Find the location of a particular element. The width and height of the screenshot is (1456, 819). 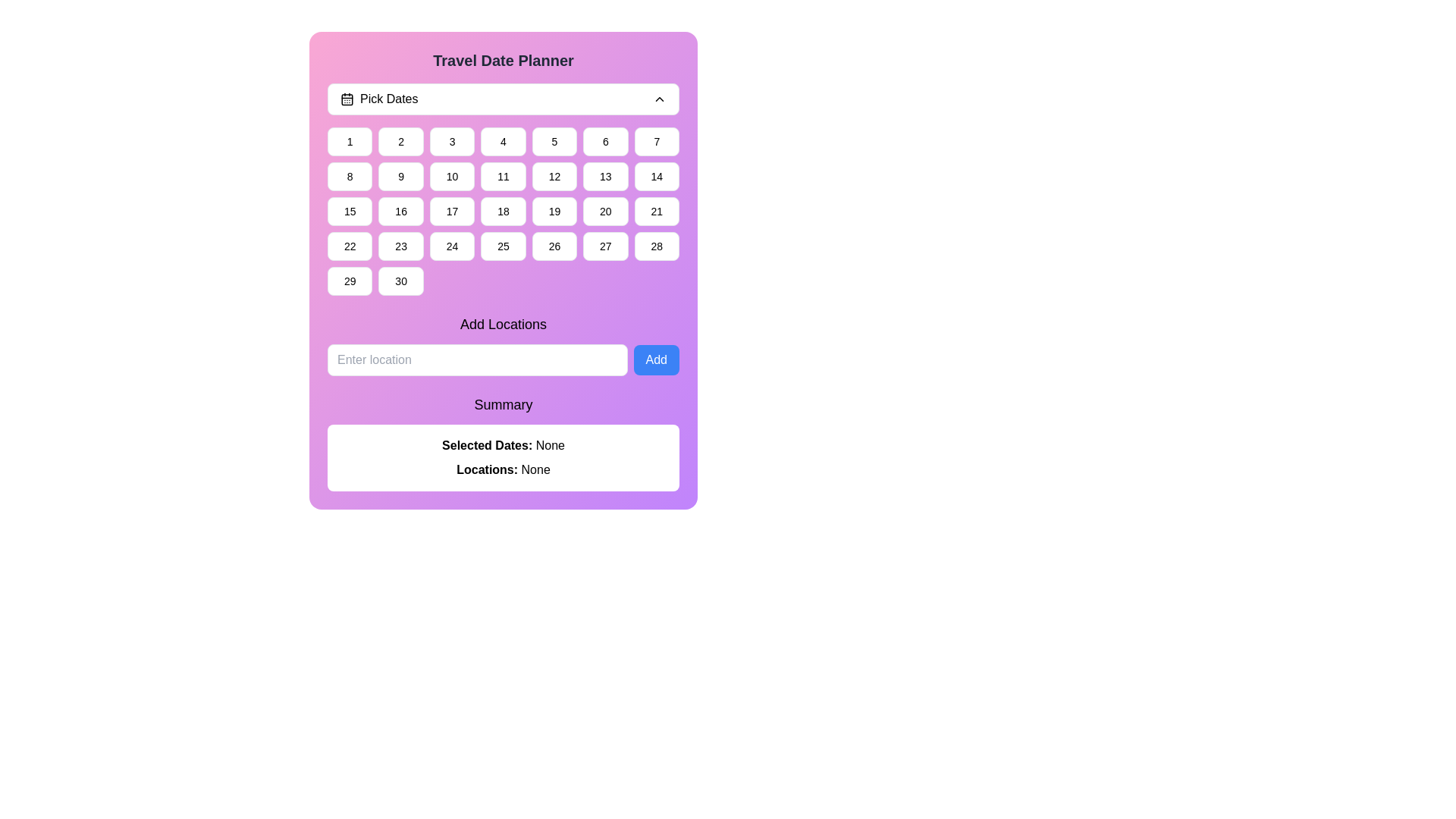

the display-only text label that shows the currently selected dates, located under the heading 'Summary' in the lower central area of the interface is located at coordinates (503, 444).